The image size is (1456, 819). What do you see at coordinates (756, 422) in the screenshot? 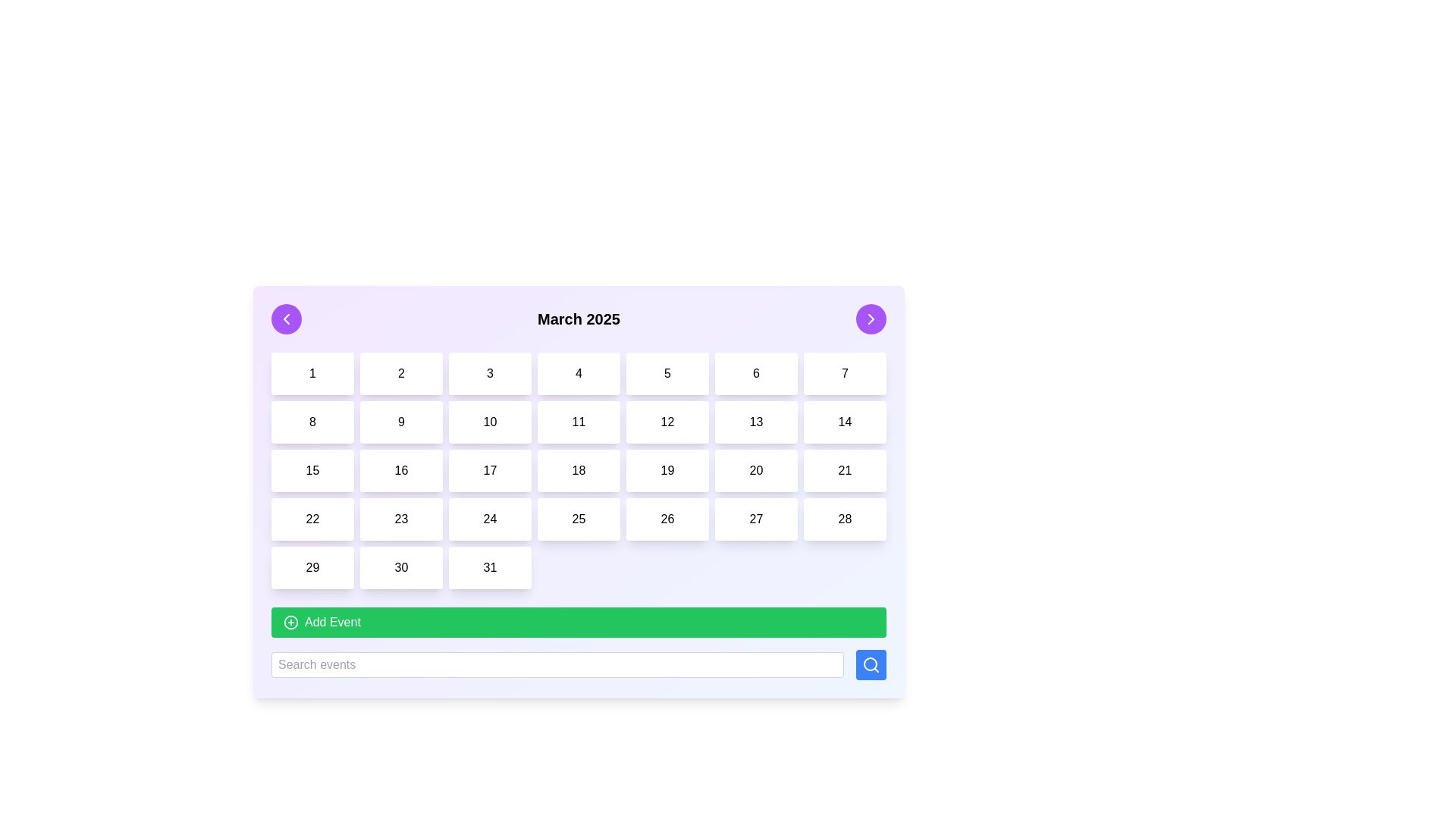
I see `the button representing the date 13 in the calendar interface located in the second row and sixth column of the grid` at bounding box center [756, 422].